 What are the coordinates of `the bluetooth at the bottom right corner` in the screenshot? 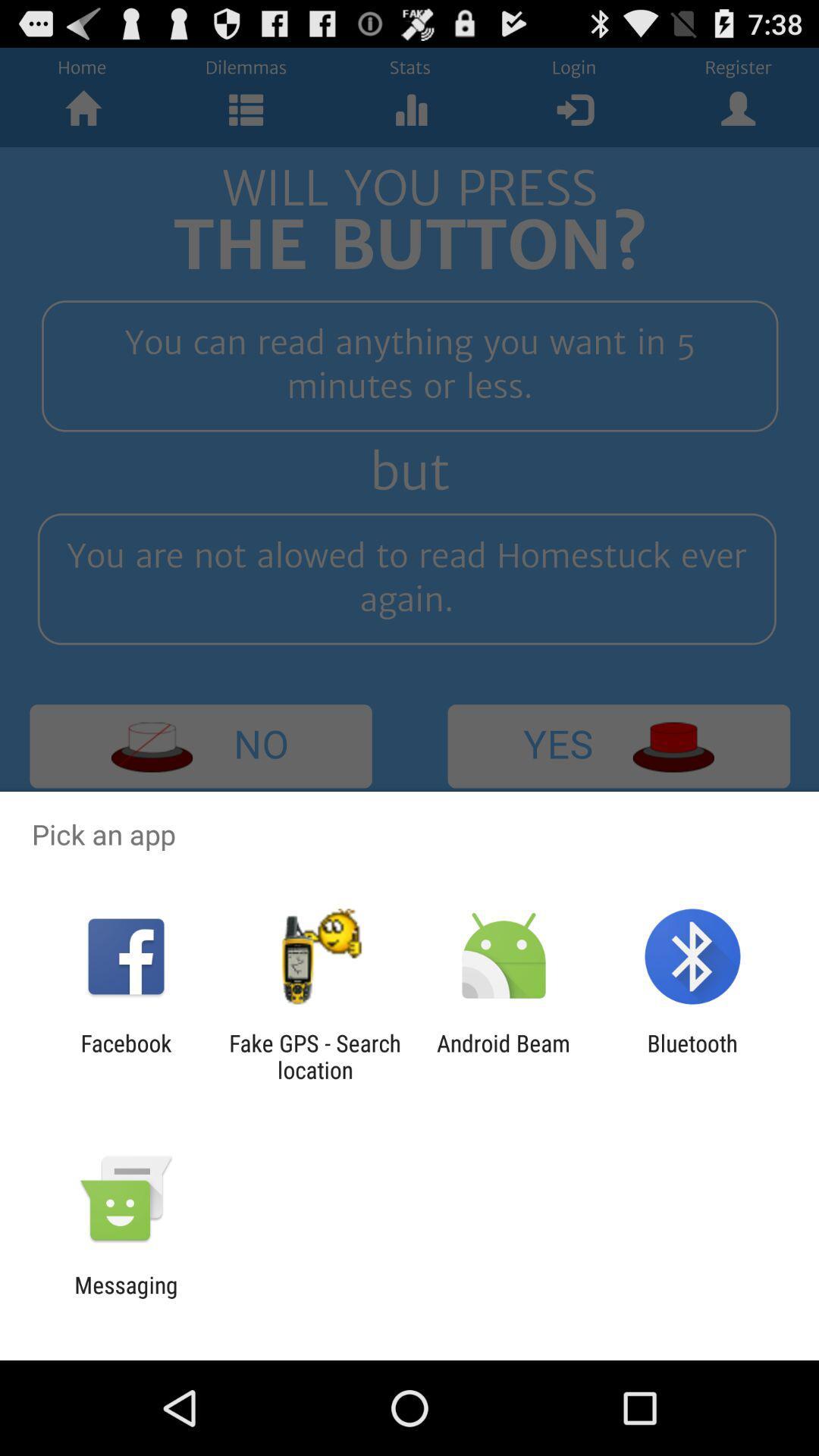 It's located at (692, 1056).